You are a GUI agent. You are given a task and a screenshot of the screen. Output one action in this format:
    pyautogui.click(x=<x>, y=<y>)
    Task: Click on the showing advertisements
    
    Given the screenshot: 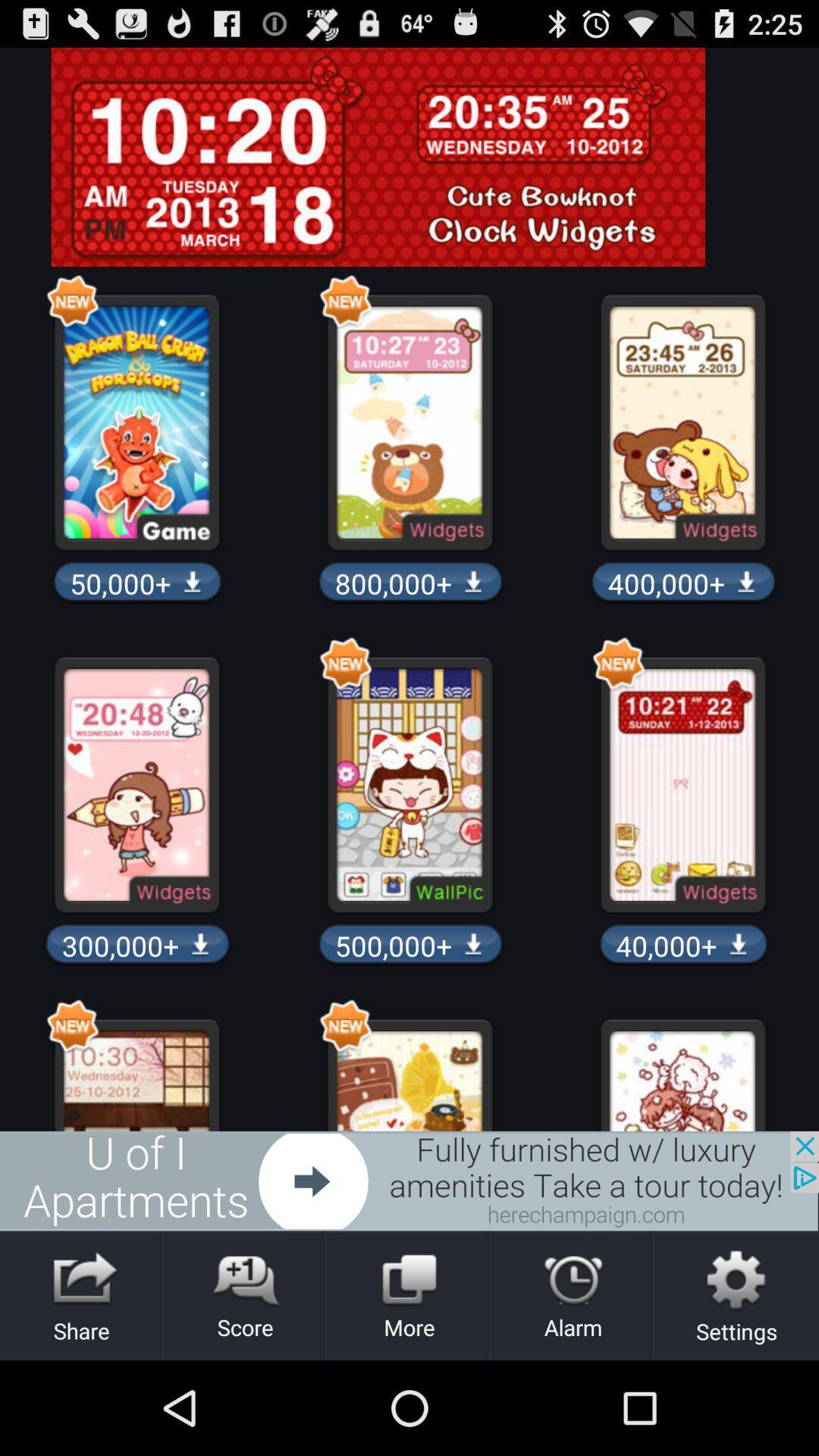 What is the action you would take?
    pyautogui.click(x=409, y=1180)
    